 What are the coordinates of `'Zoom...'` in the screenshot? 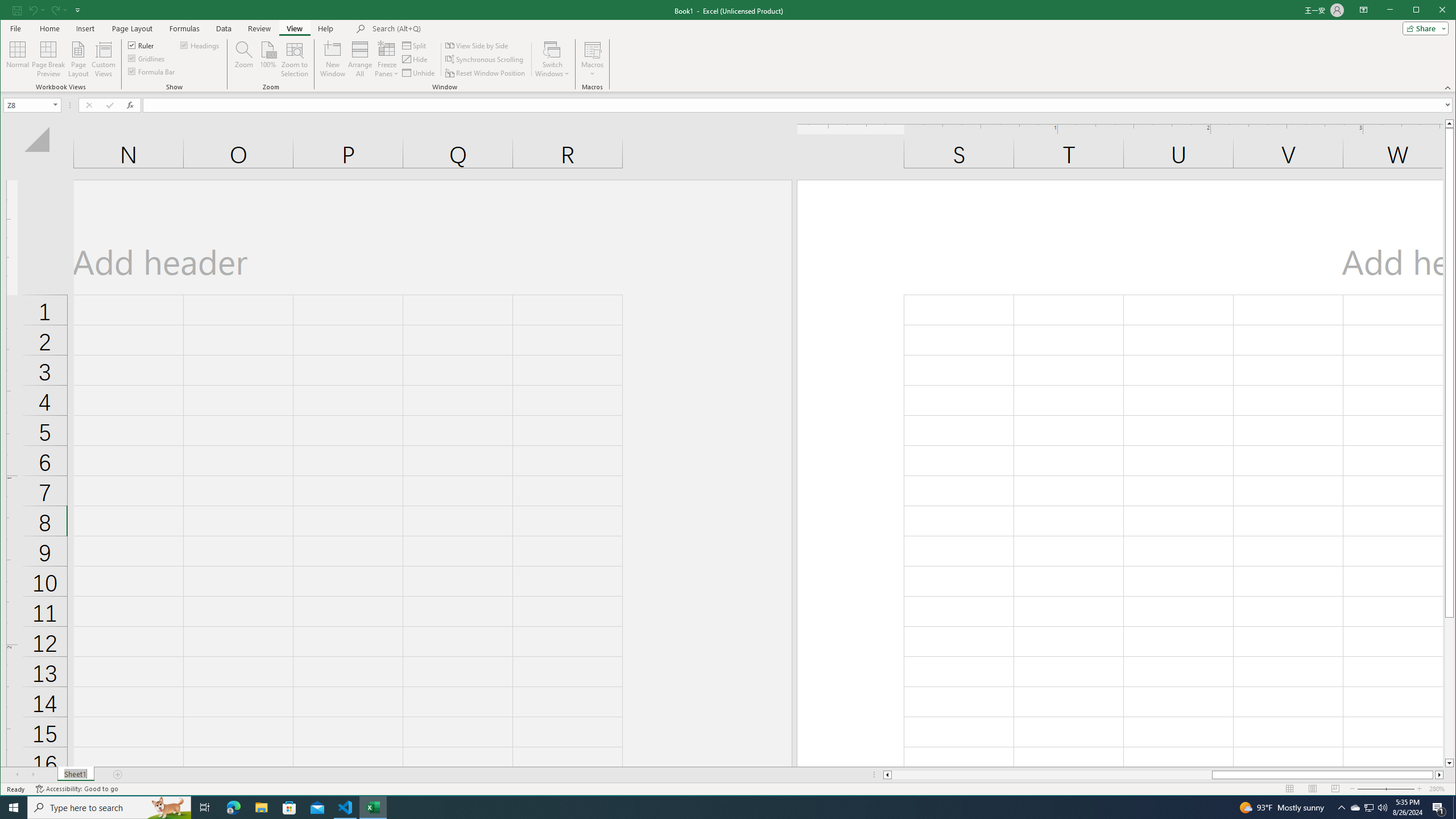 It's located at (243, 59).